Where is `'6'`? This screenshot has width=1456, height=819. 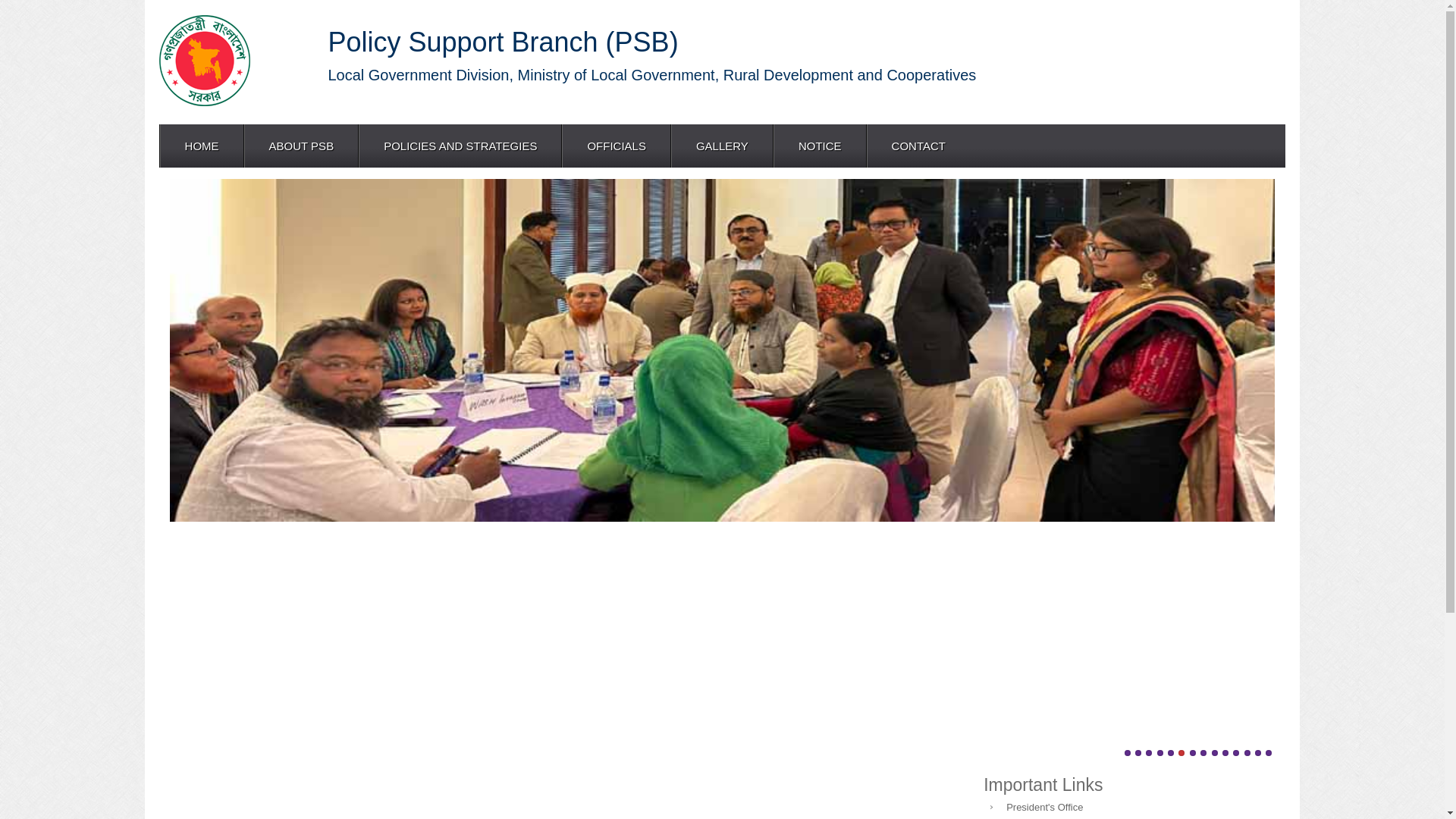 '6' is located at coordinates (1181, 752).